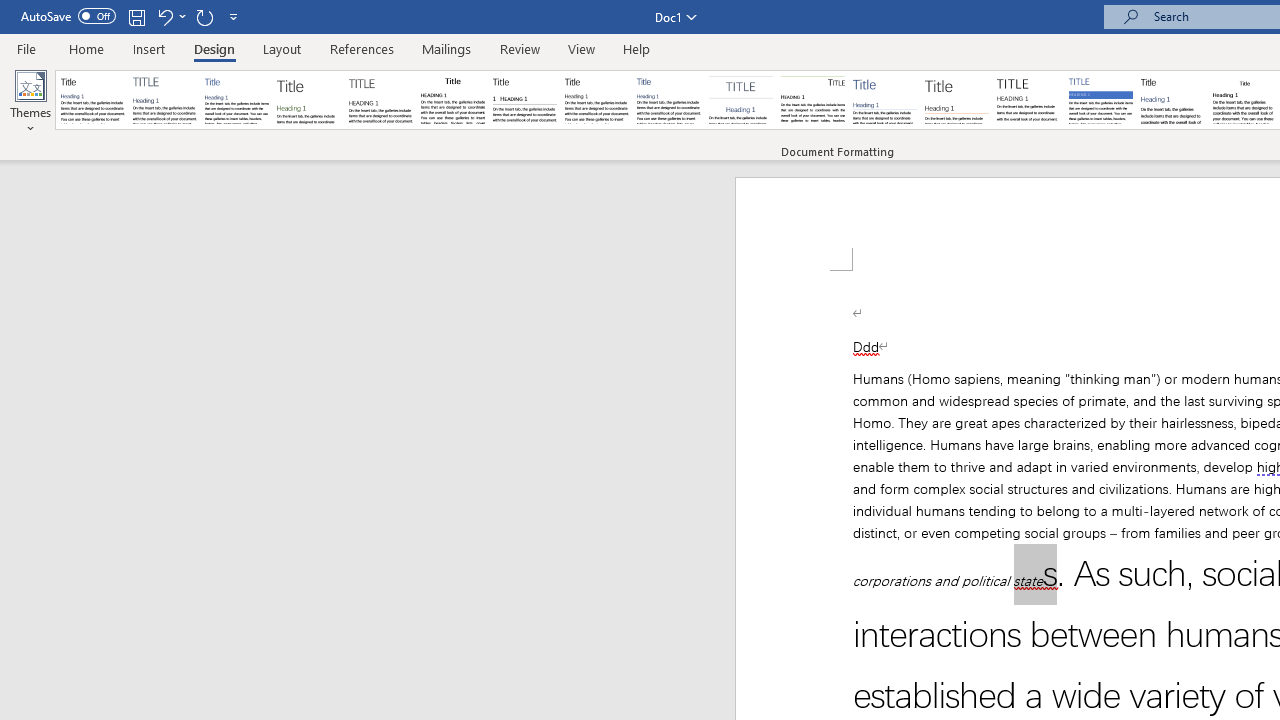 The image size is (1280, 720). I want to click on 'Basic (Elegant)', so click(165, 100).